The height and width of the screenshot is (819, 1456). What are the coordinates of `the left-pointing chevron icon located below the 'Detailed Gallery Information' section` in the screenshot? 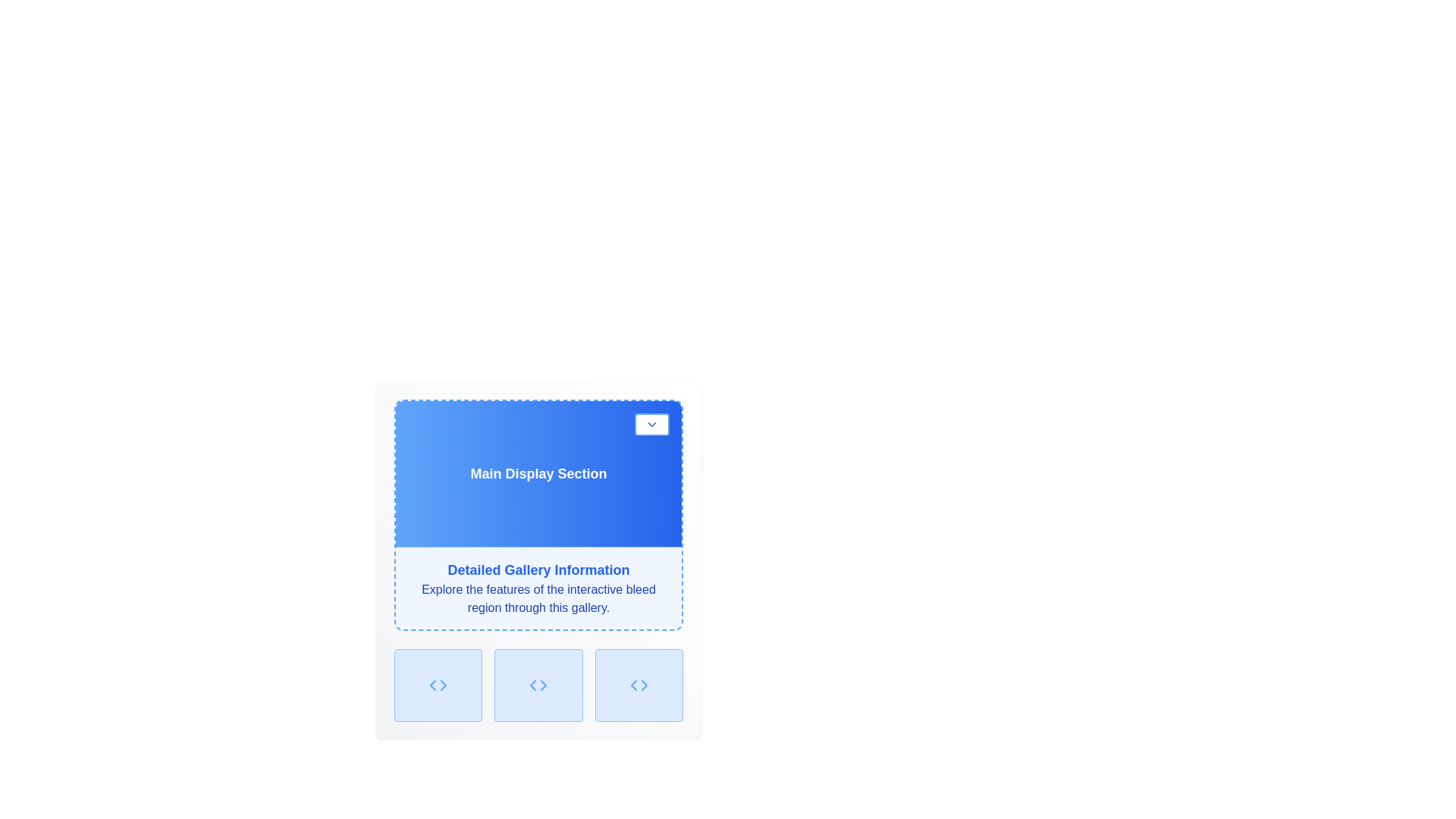 It's located at (533, 685).